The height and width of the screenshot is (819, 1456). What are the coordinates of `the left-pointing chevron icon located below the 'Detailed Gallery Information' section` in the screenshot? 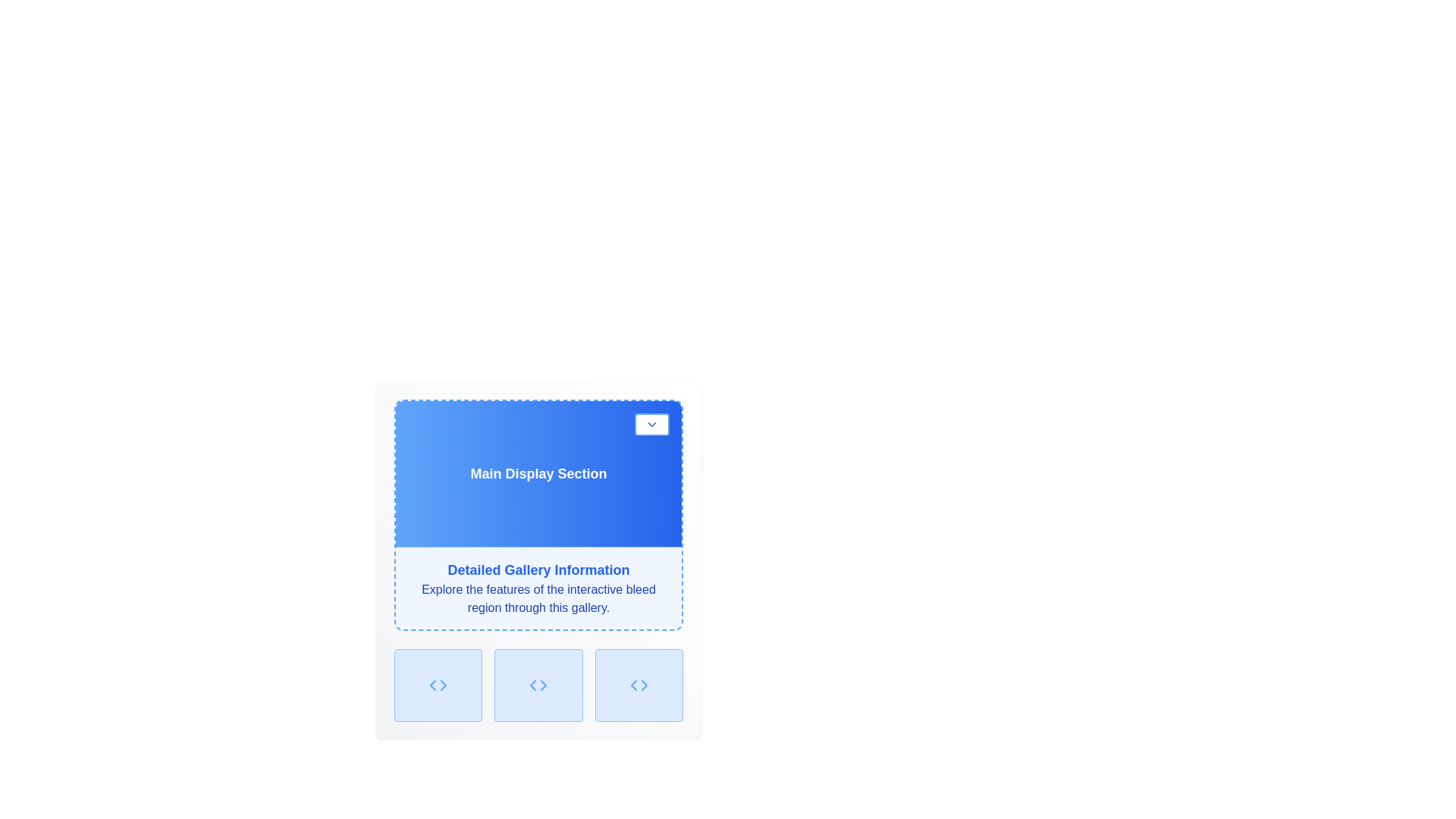 It's located at (533, 685).